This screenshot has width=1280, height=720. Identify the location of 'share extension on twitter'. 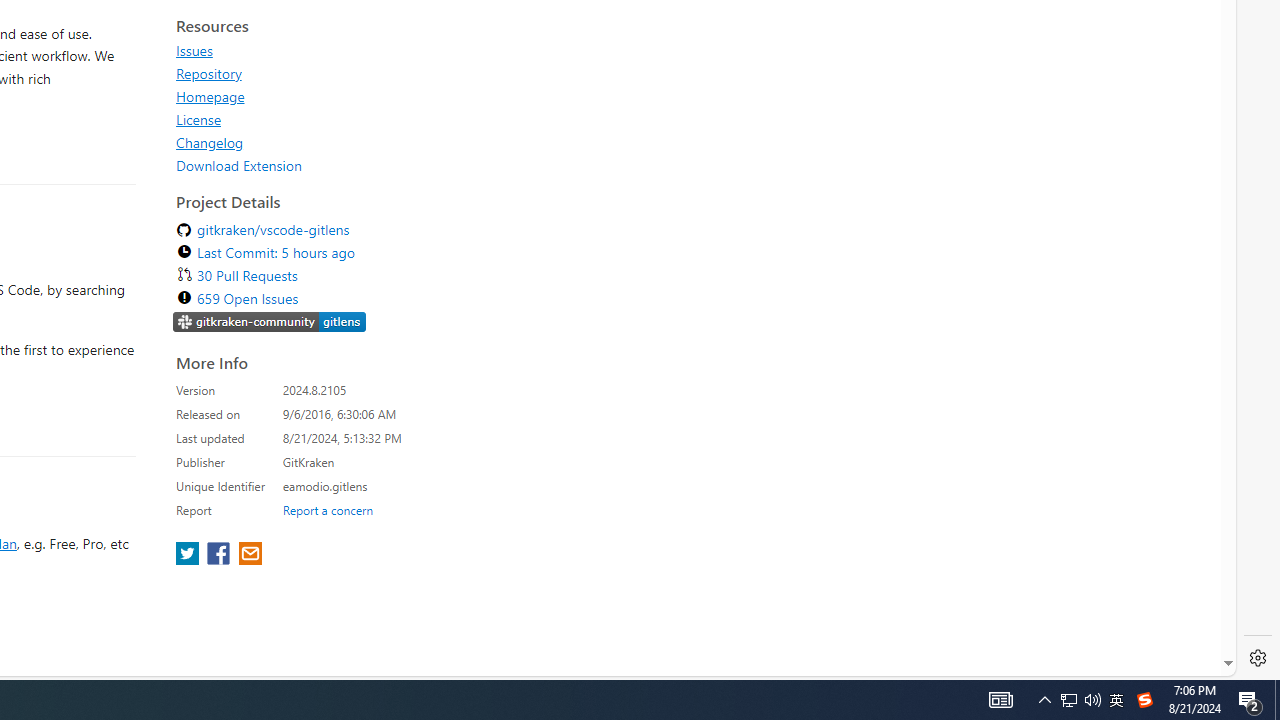
(190, 555).